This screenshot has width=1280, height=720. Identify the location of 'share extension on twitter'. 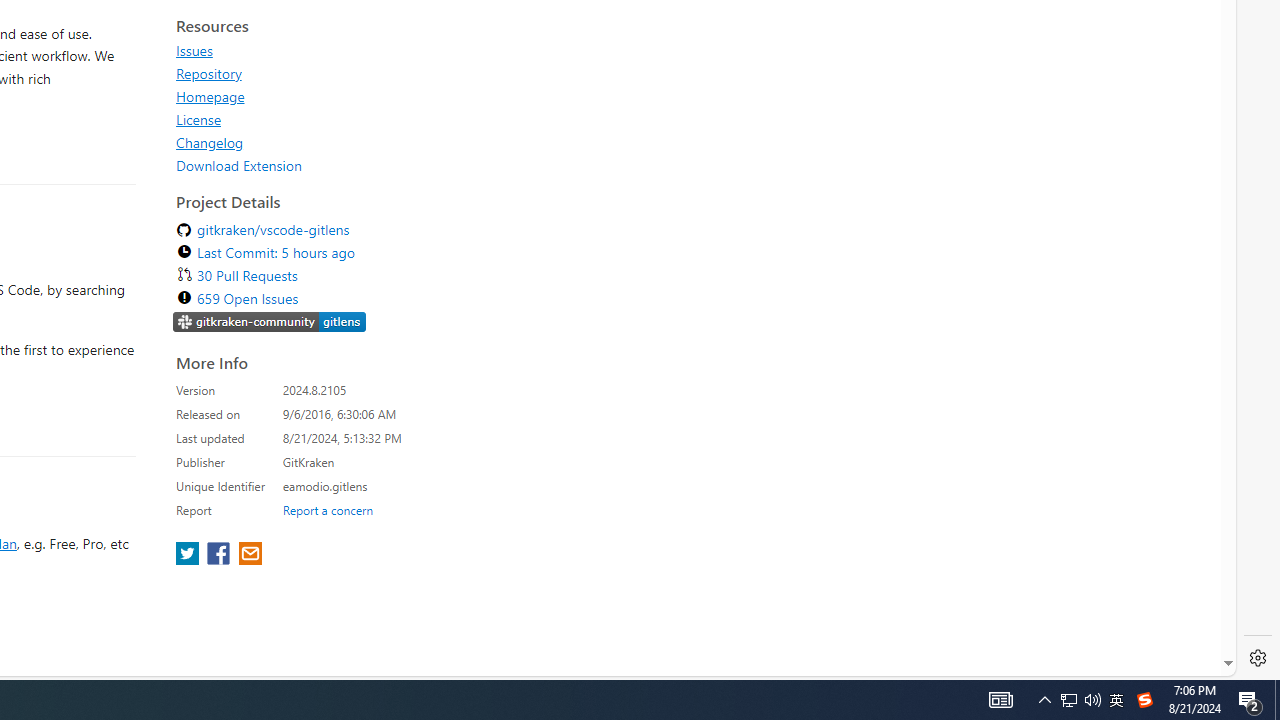
(190, 555).